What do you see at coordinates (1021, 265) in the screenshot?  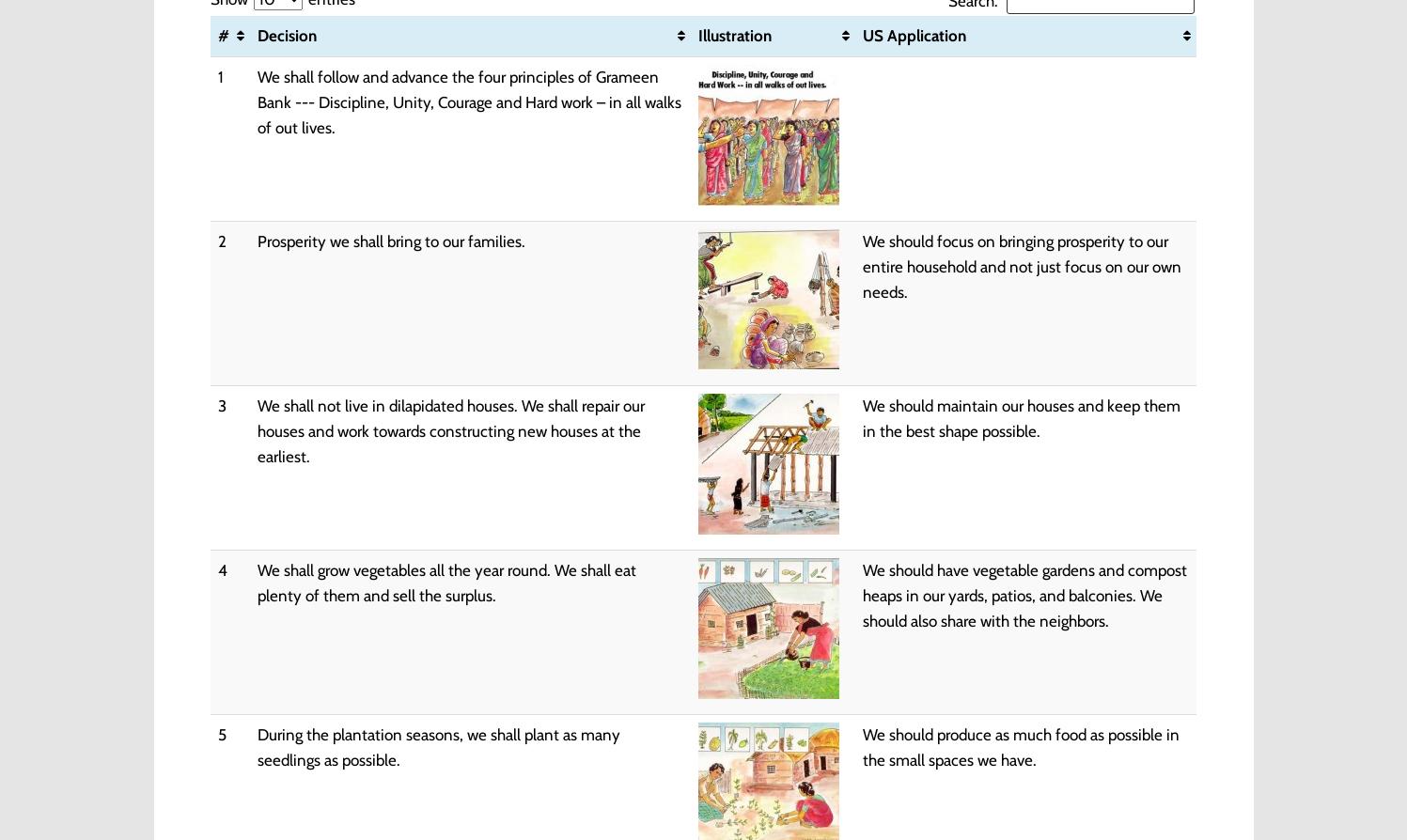 I see `'We should focus on bringing prosperity to our entire household and not just focus on our own needs.'` at bounding box center [1021, 265].